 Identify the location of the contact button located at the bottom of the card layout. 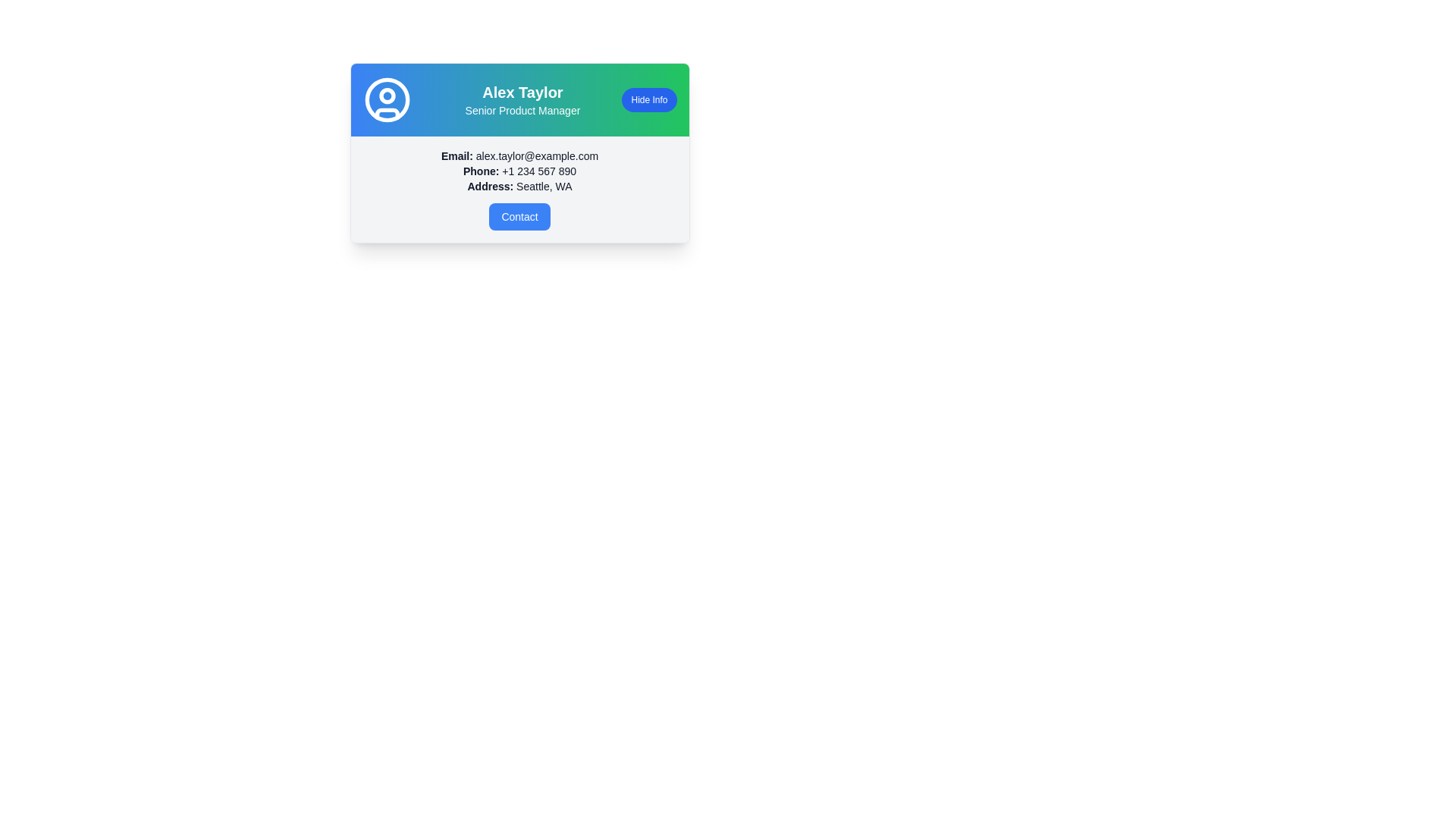
(519, 216).